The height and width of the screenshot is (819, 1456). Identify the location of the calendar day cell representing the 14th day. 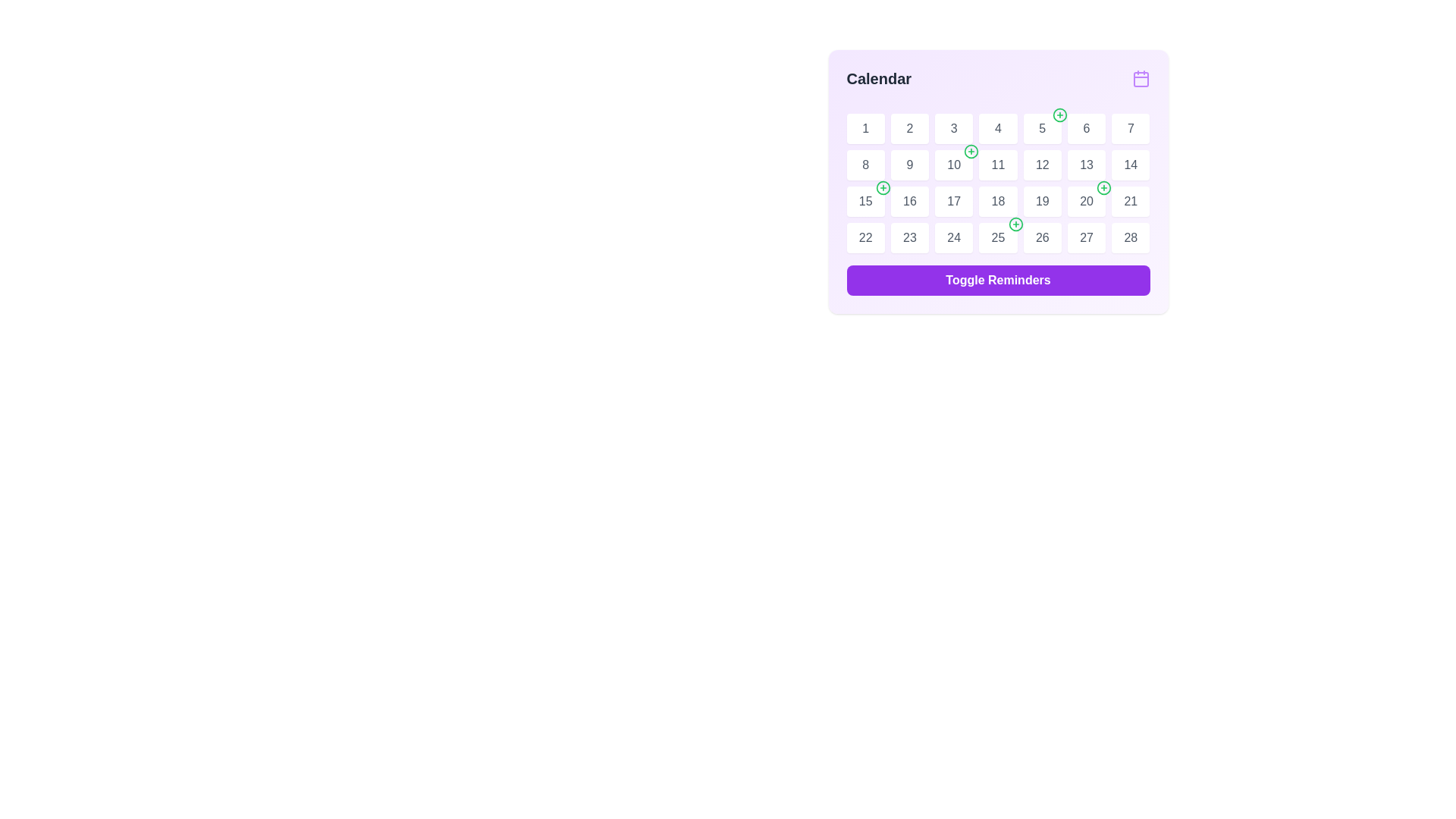
(1131, 165).